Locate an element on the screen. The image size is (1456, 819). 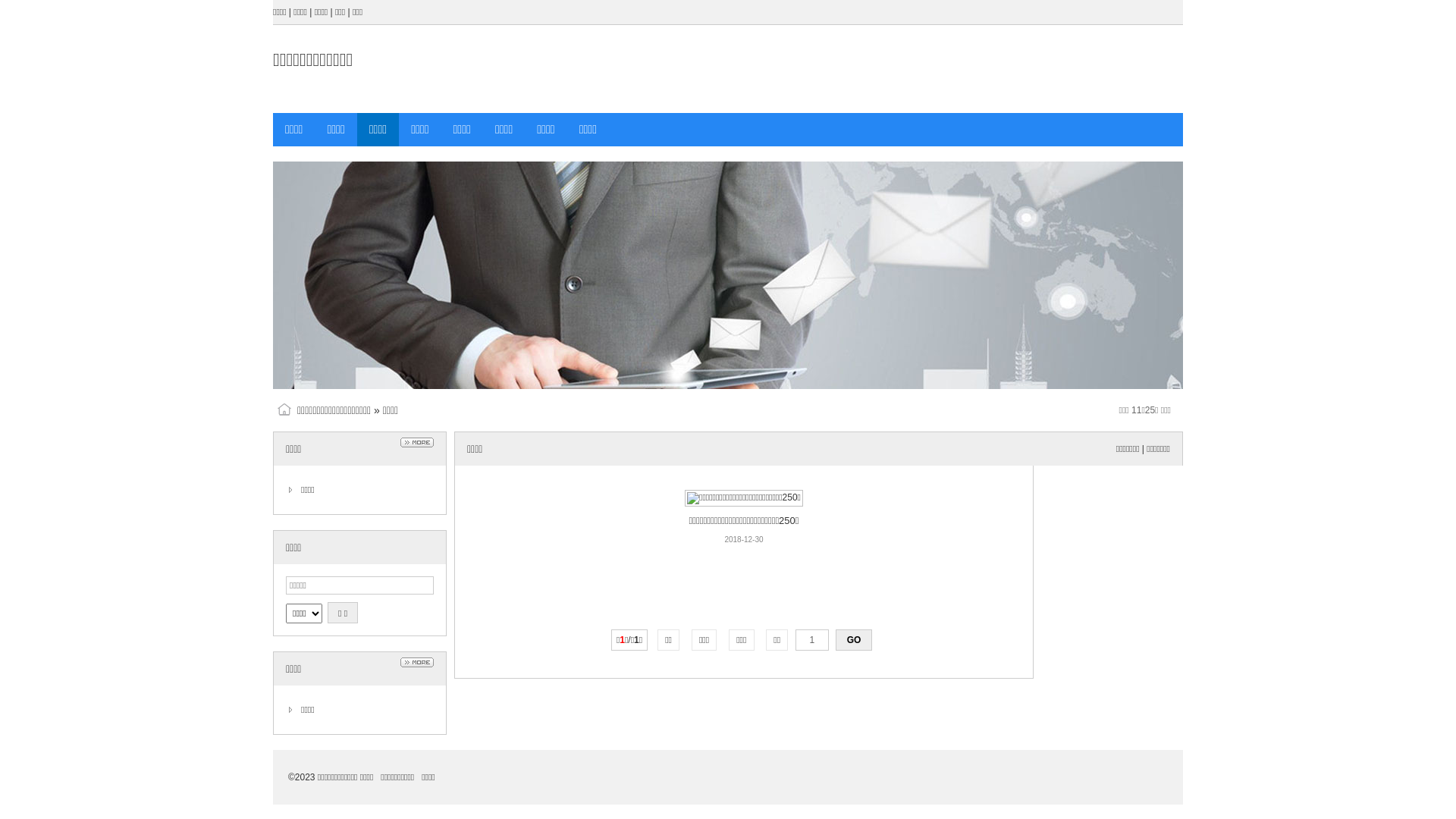
'GO' is located at coordinates (854, 640).